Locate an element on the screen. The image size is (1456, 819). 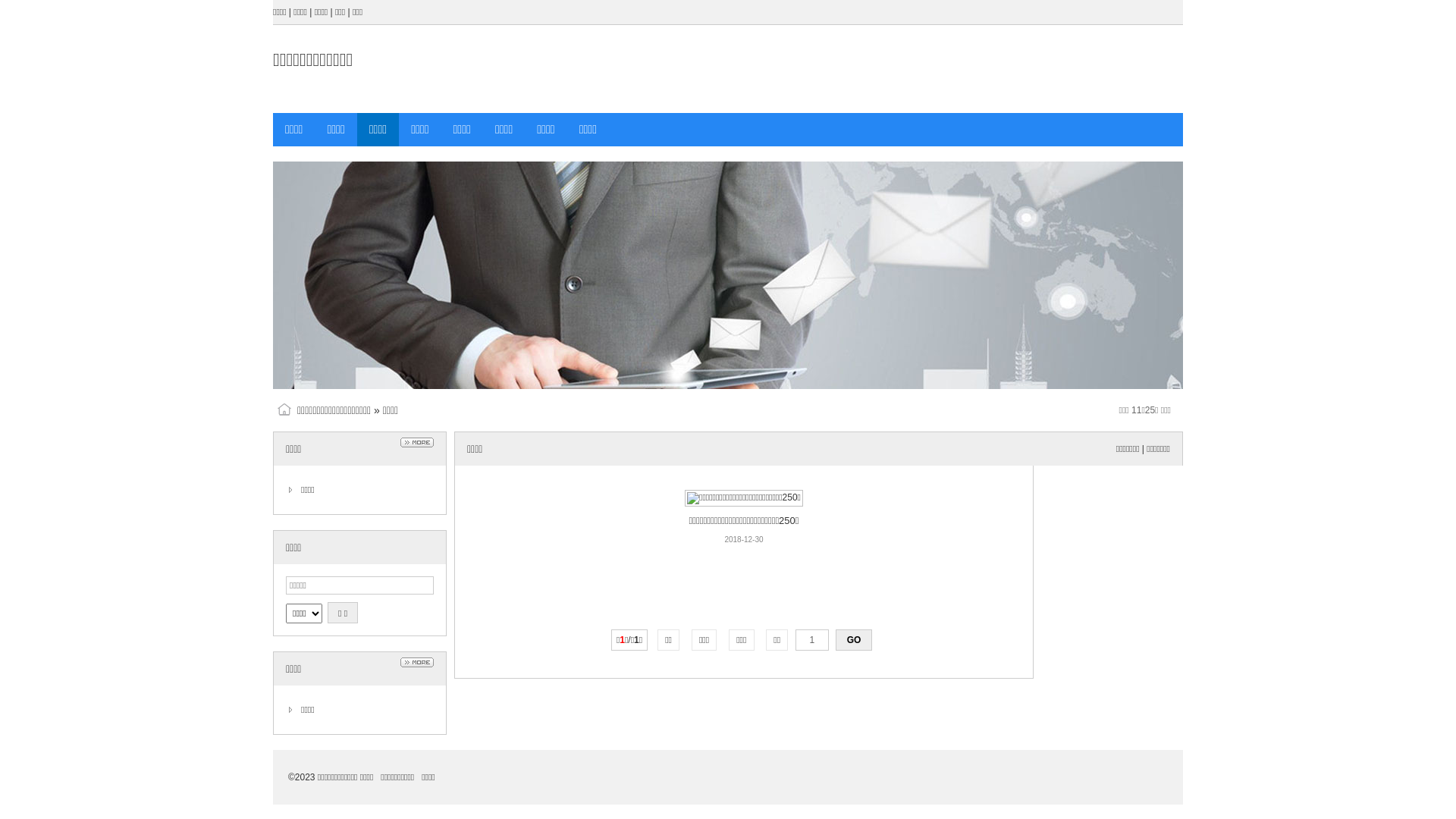
'GO' is located at coordinates (854, 640).